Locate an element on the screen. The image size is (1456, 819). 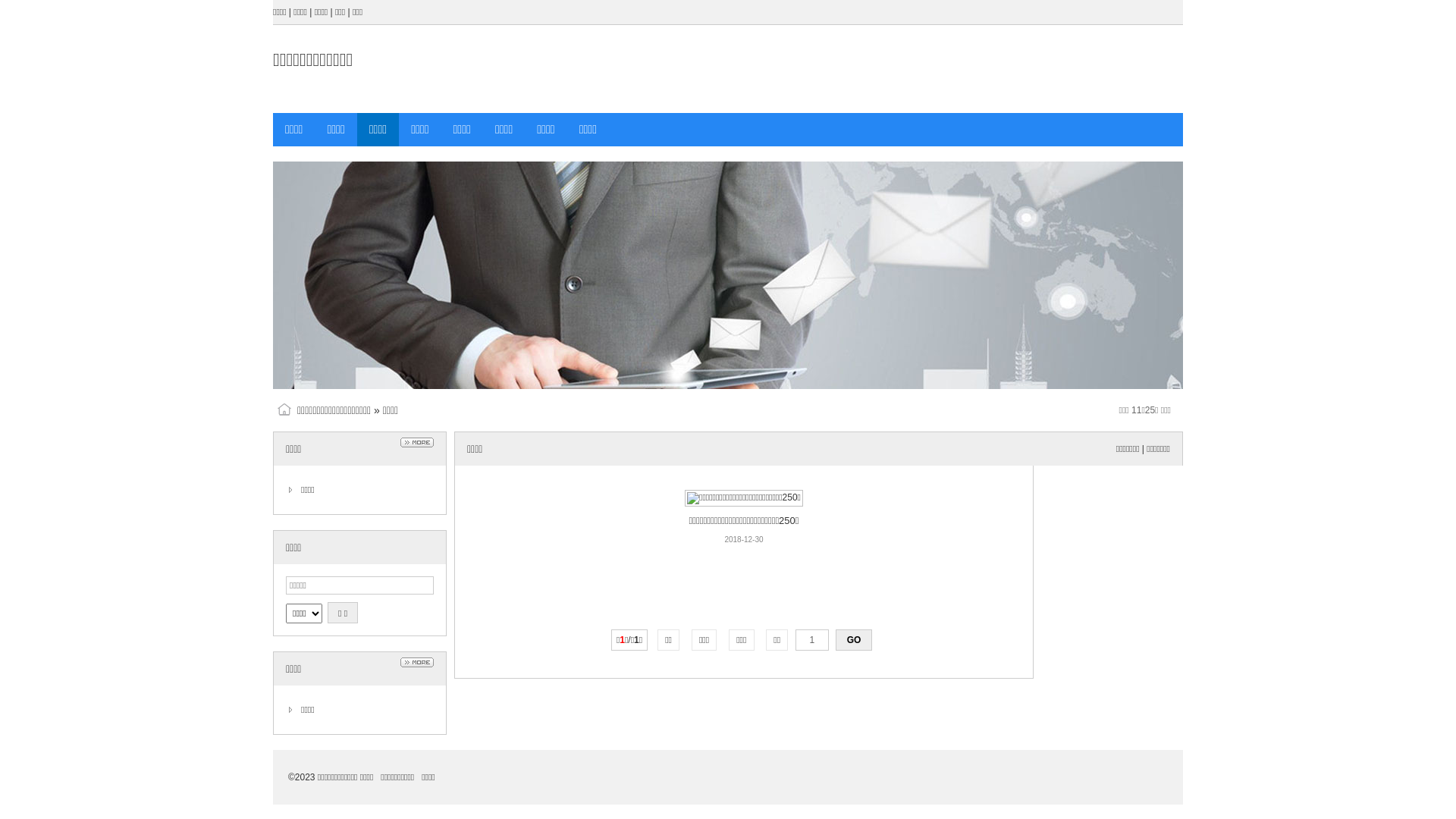
'GO' is located at coordinates (854, 640).